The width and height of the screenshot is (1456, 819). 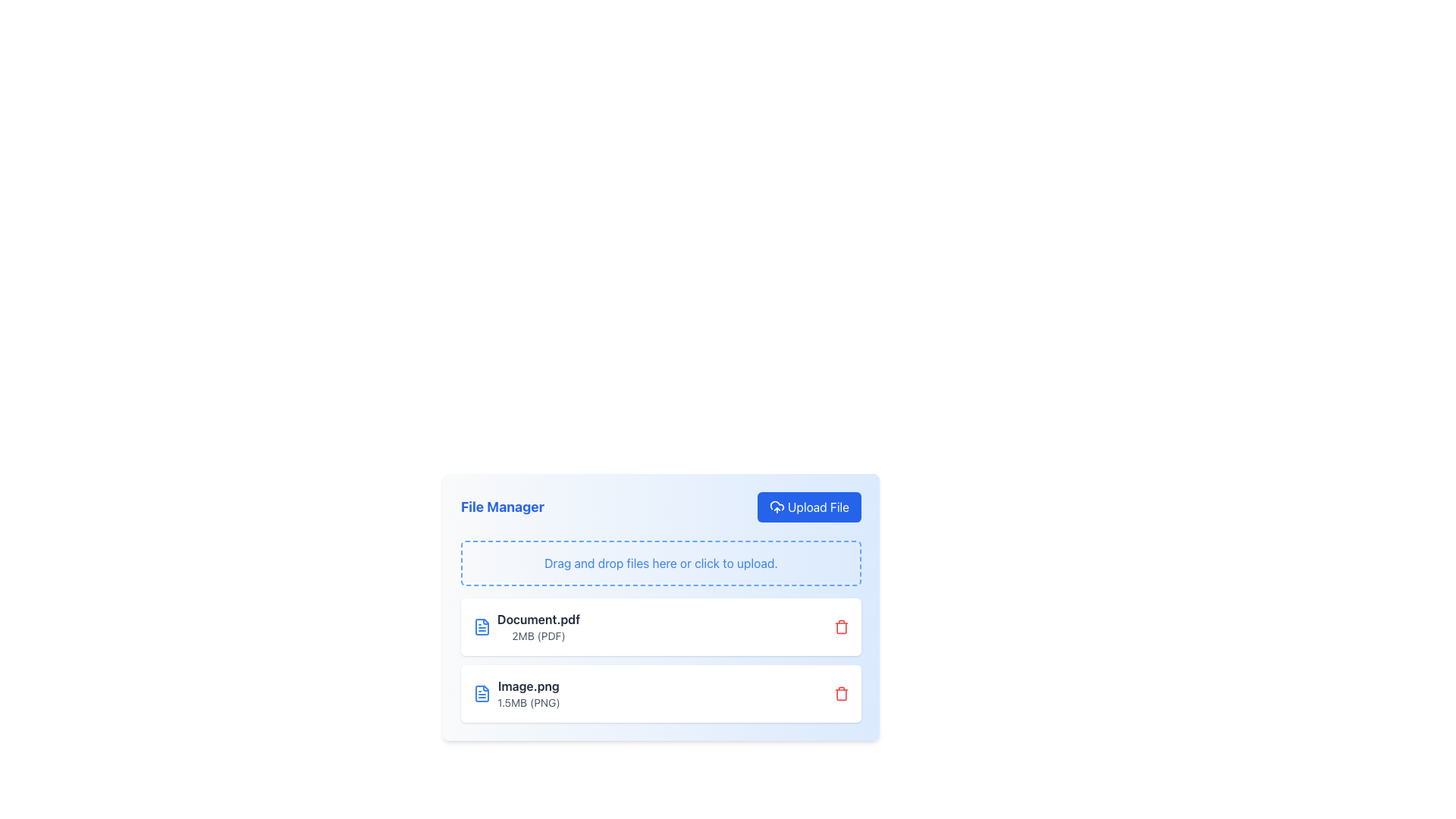 I want to click on the red trash icon button, so click(x=840, y=626).